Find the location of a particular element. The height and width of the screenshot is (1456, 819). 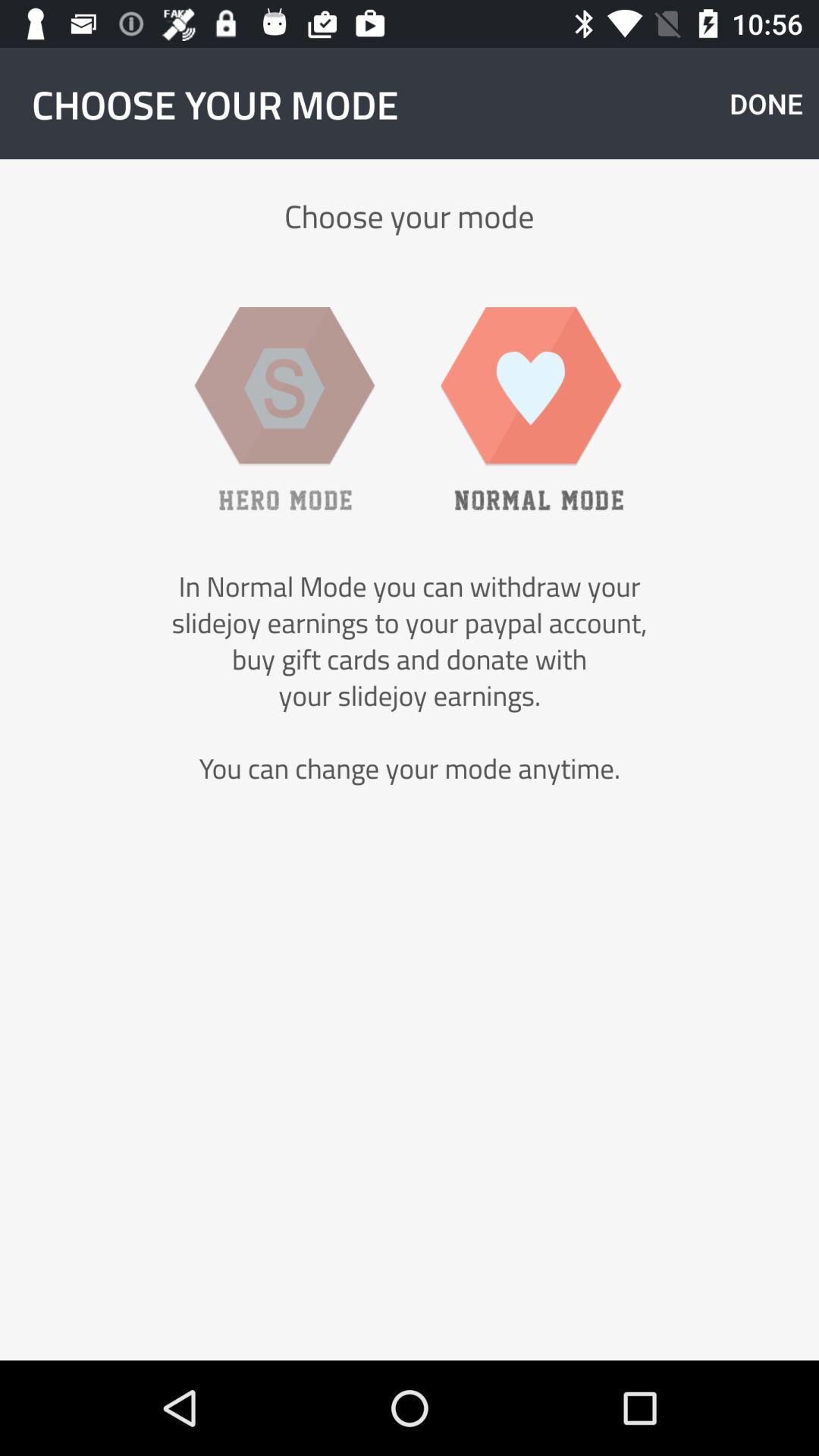

chose game mode is located at coordinates (284, 408).